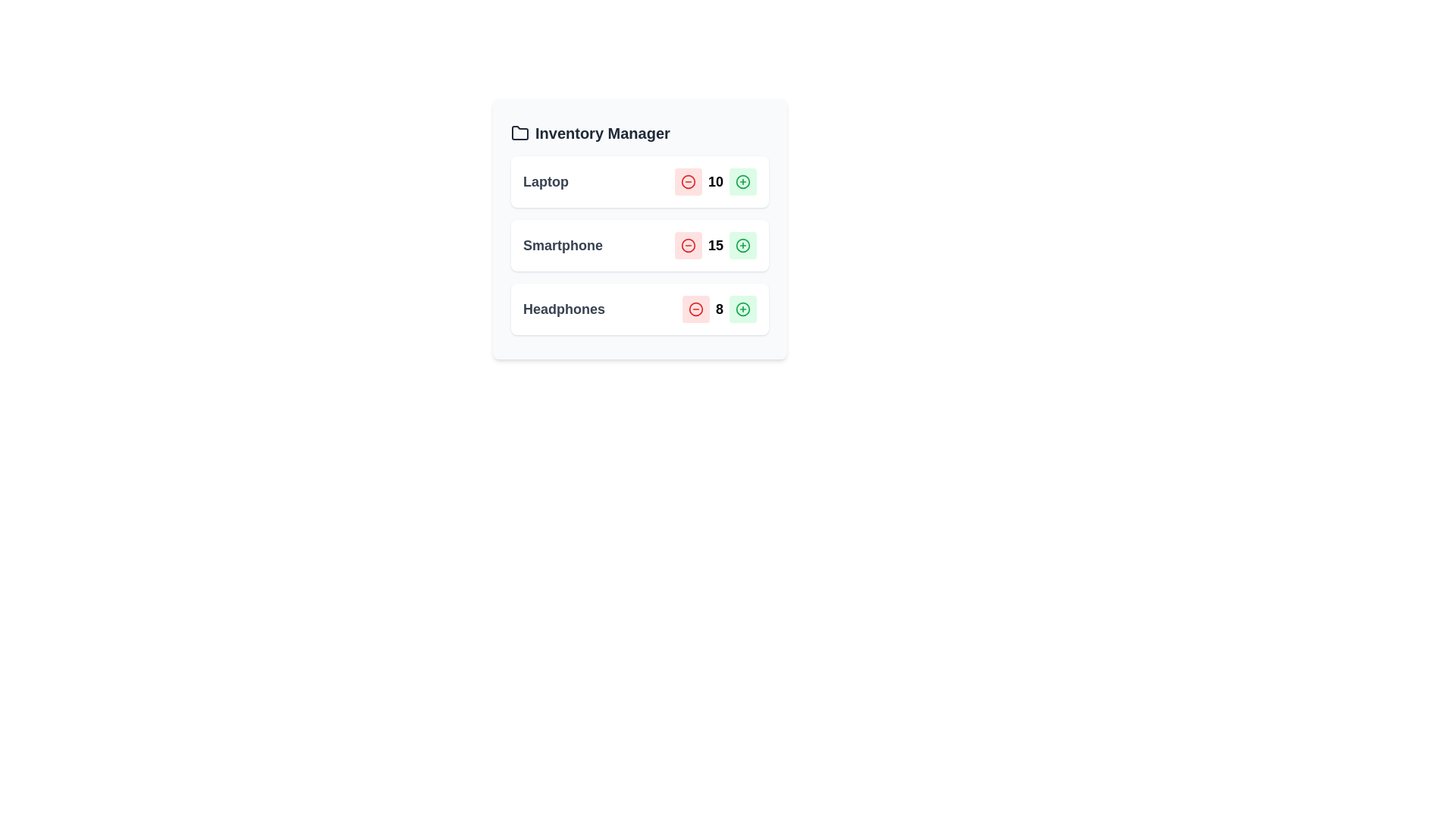 The width and height of the screenshot is (1456, 819). Describe the element at coordinates (695, 309) in the screenshot. I see `minus button for the Headphones item` at that location.